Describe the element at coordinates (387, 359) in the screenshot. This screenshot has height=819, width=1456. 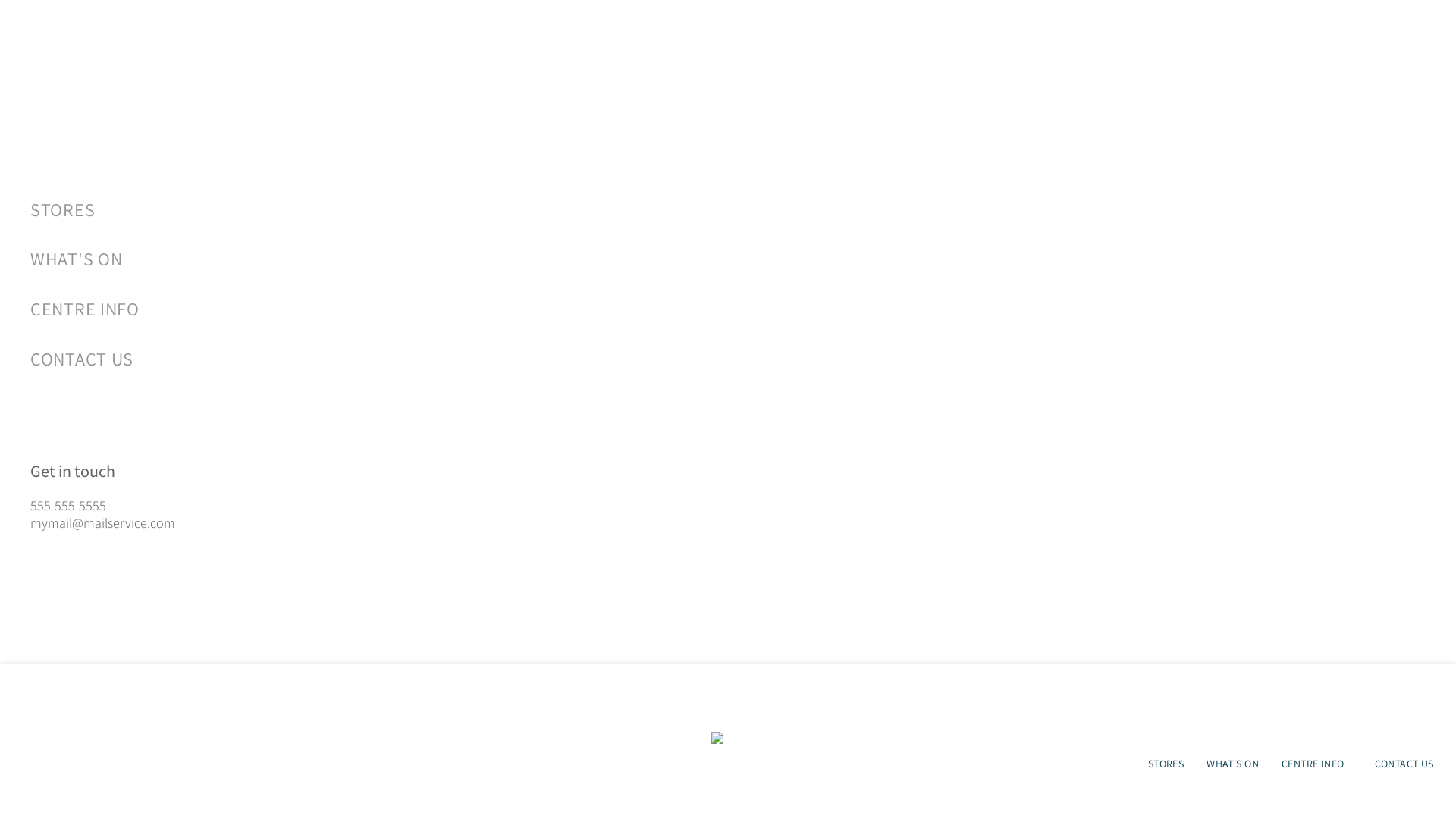
I see `'CONTACT US'` at that location.